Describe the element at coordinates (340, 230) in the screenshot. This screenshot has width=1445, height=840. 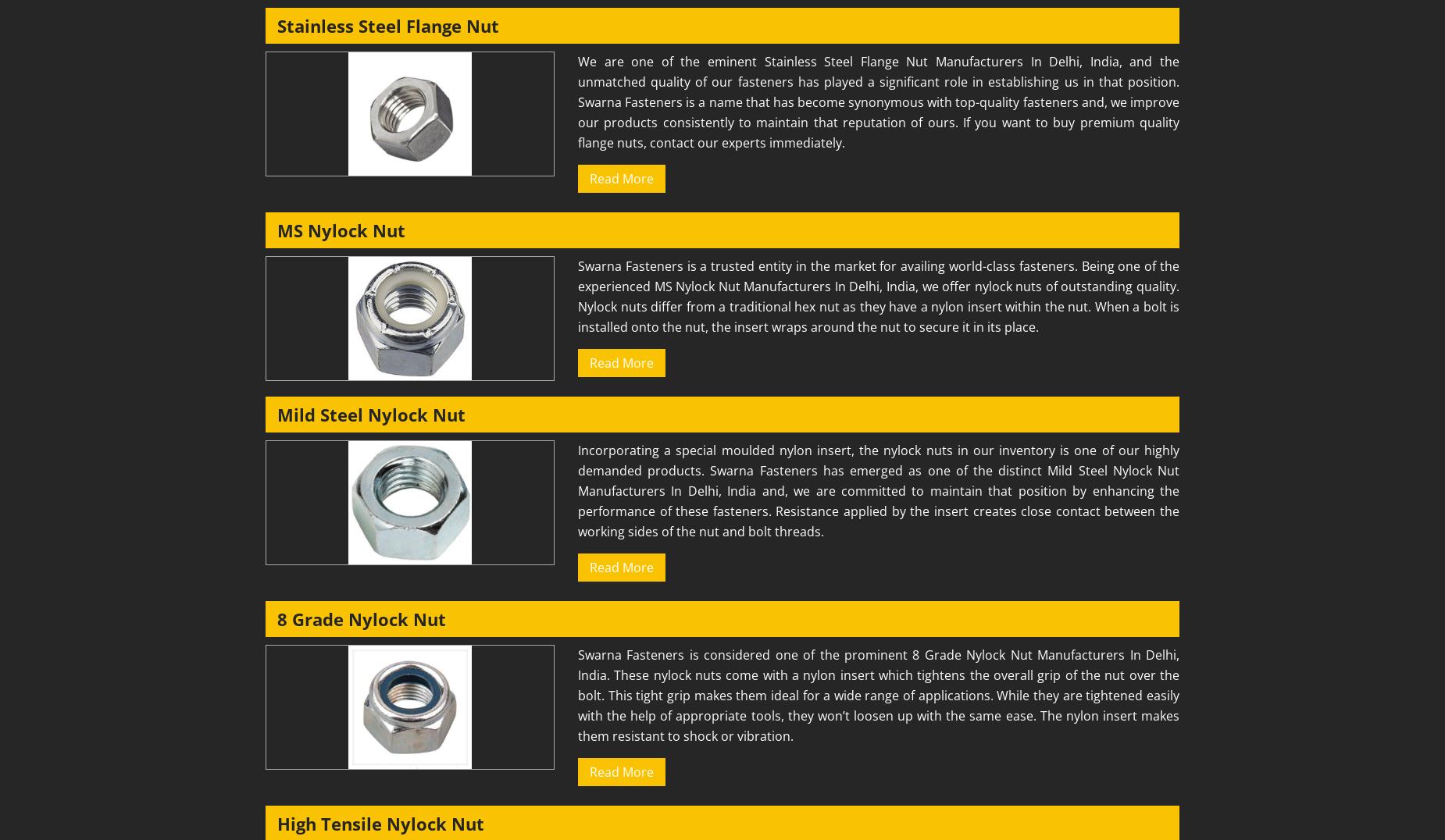
I see `'MS Nylock Nut'` at that location.